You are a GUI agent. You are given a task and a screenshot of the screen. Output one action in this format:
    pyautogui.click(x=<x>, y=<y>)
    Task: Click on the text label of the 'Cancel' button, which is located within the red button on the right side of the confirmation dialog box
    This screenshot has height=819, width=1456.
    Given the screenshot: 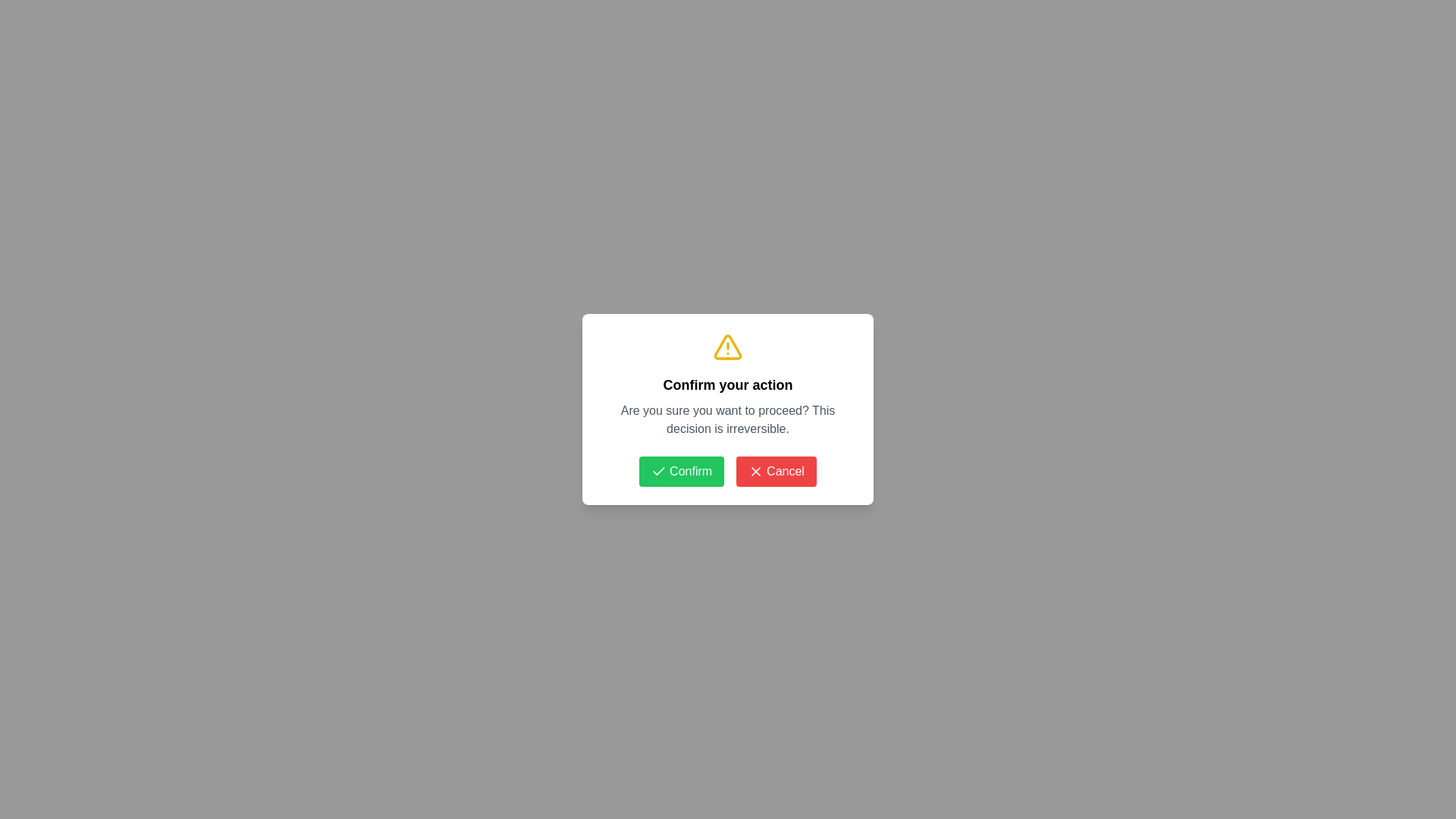 What is the action you would take?
    pyautogui.click(x=786, y=470)
    